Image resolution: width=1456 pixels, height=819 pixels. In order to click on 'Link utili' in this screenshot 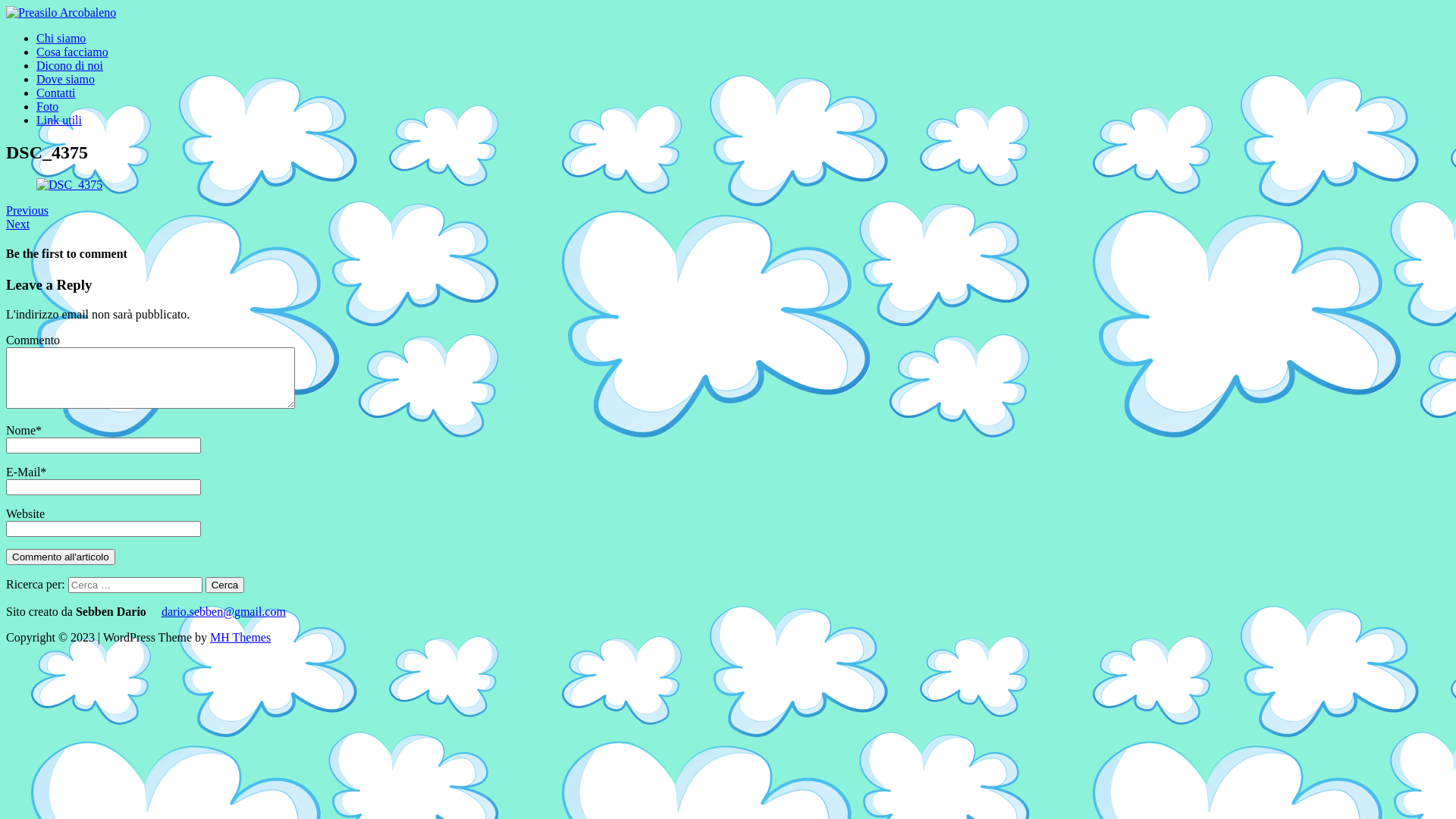, I will do `click(58, 119)`.